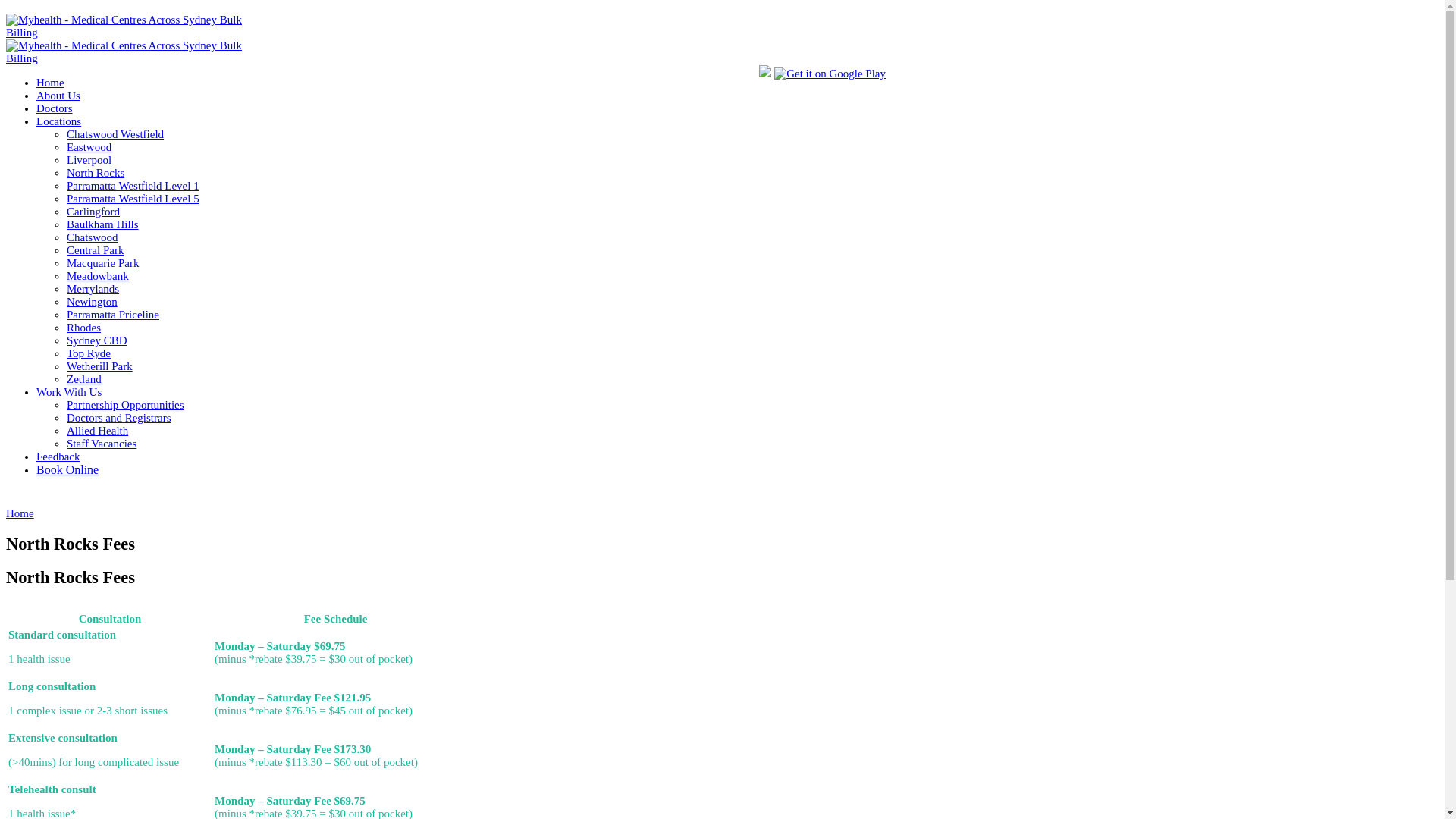 The image size is (1456, 819). Describe the element at coordinates (20, 513) in the screenshot. I see `'Home'` at that location.